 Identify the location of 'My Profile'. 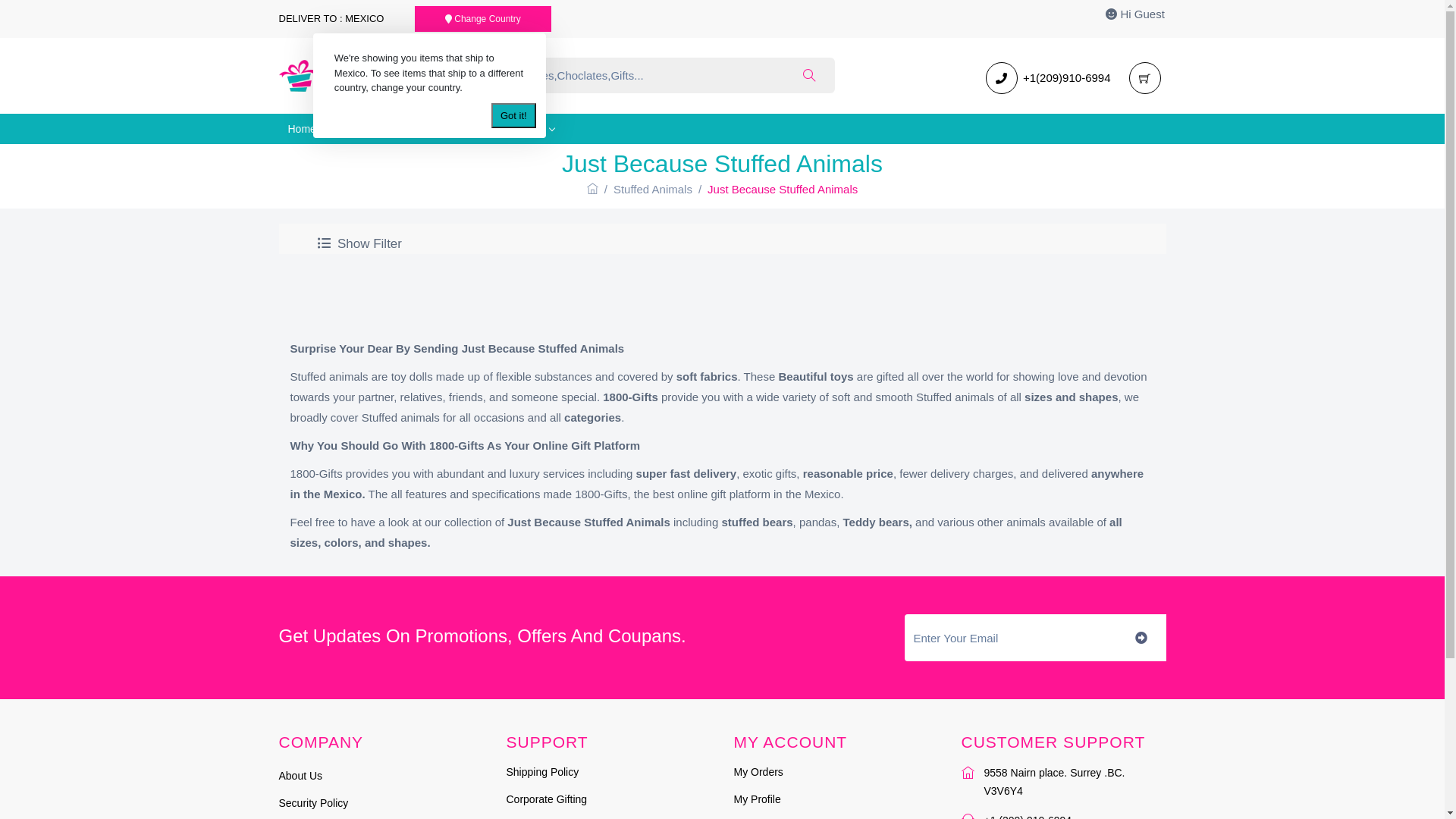
(757, 798).